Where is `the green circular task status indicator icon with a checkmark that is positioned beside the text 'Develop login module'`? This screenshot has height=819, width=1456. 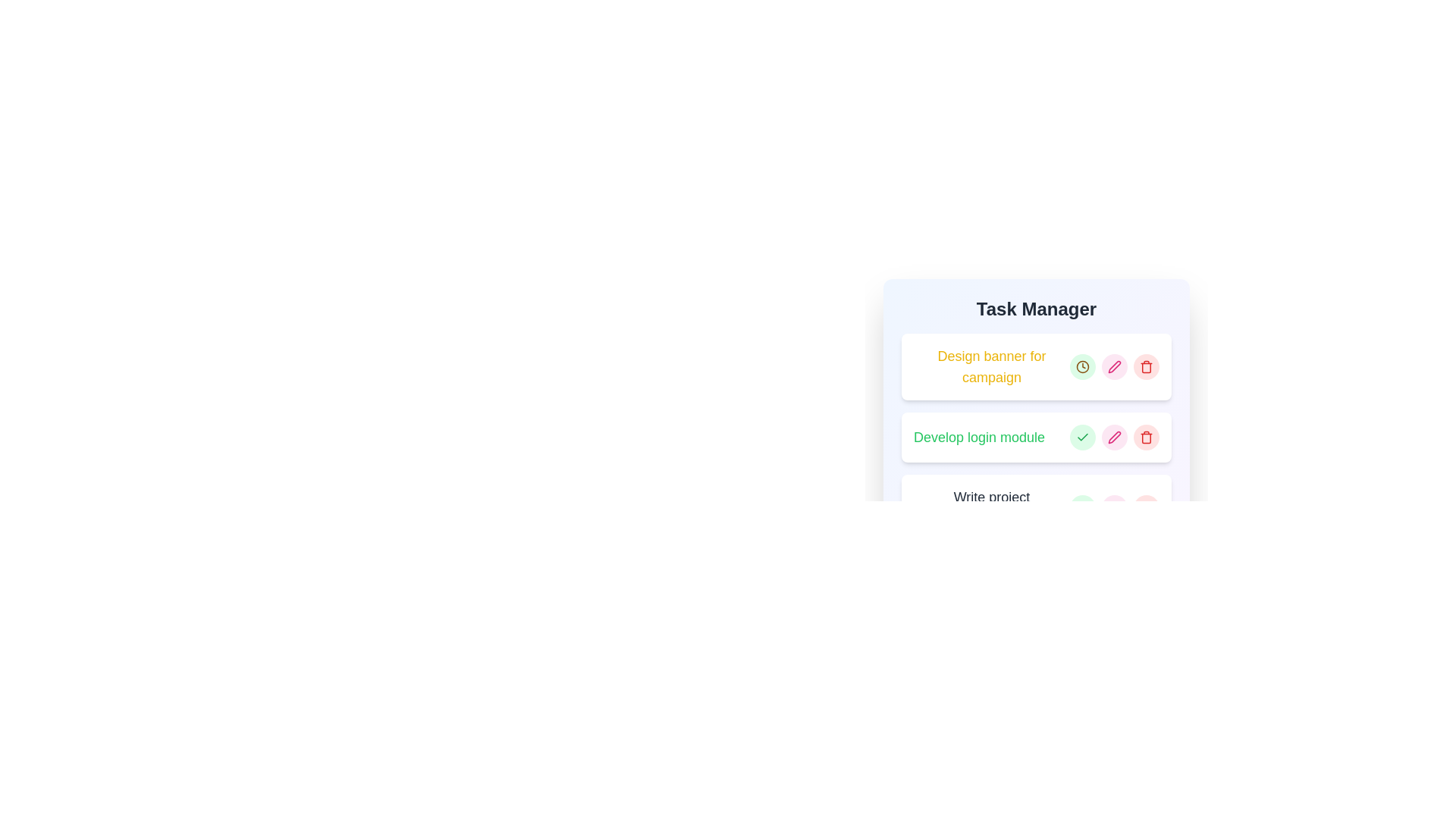
the green circular task status indicator icon with a checkmark that is positioned beside the text 'Develop login module' is located at coordinates (1082, 438).